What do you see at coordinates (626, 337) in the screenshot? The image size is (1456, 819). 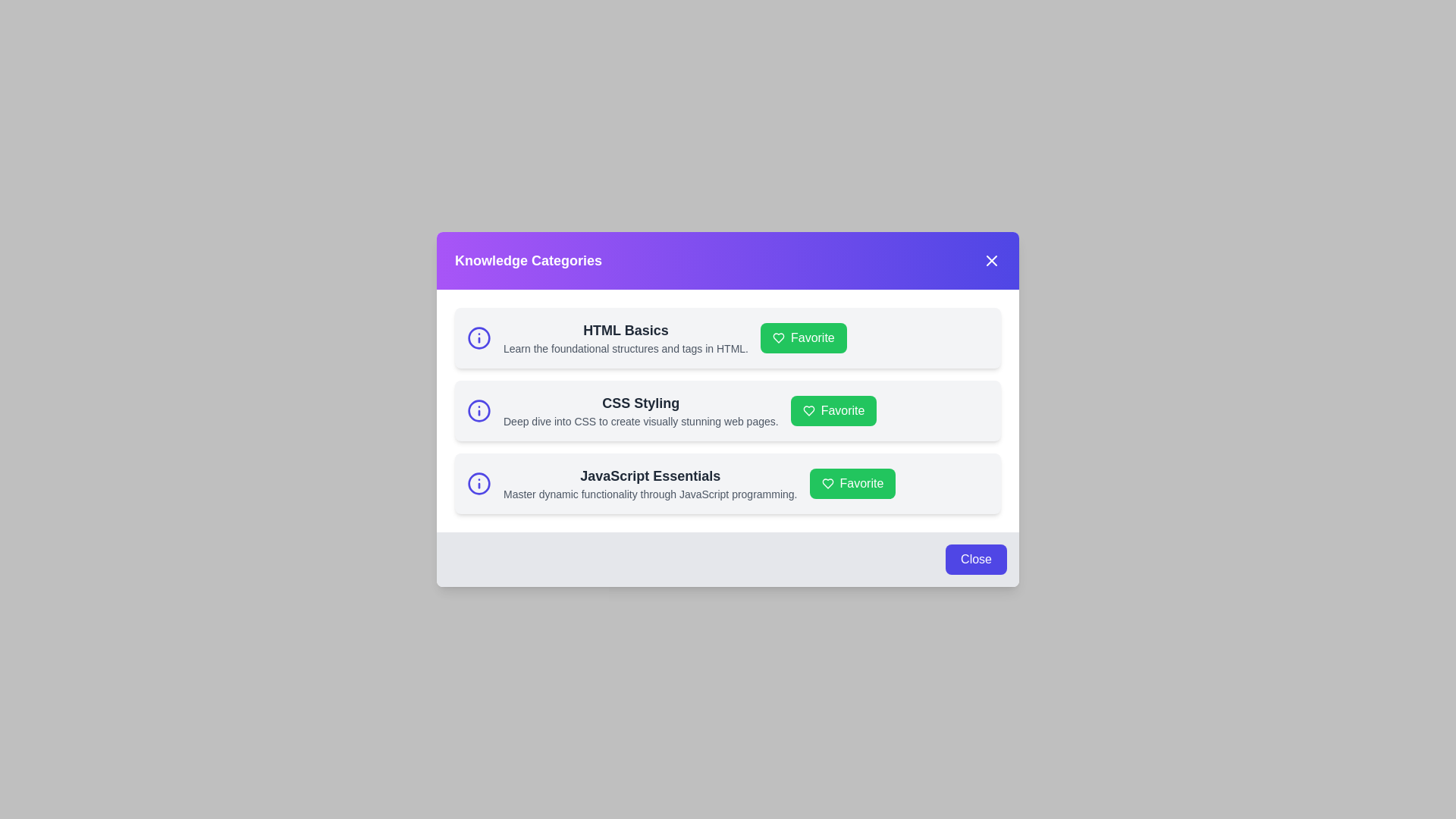 I see `the Text Box with Title and Description which is centrally aligned in the upper section of the list of knowledge categories, positioned between an informational icon and a 'Favorite' button` at bounding box center [626, 337].